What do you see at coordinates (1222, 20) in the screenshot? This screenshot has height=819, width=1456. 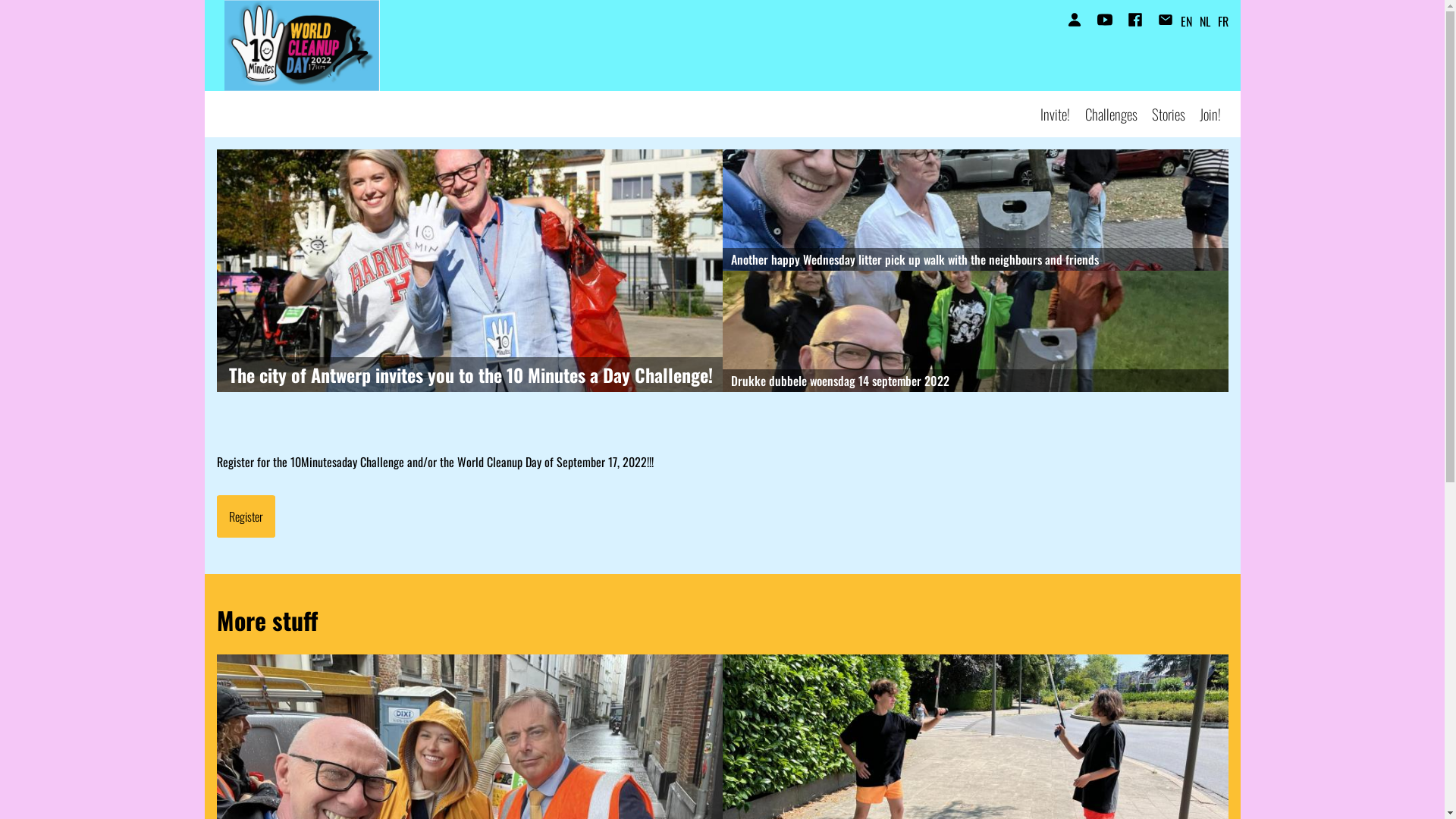 I see `'FR'` at bounding box center [1222, 20].